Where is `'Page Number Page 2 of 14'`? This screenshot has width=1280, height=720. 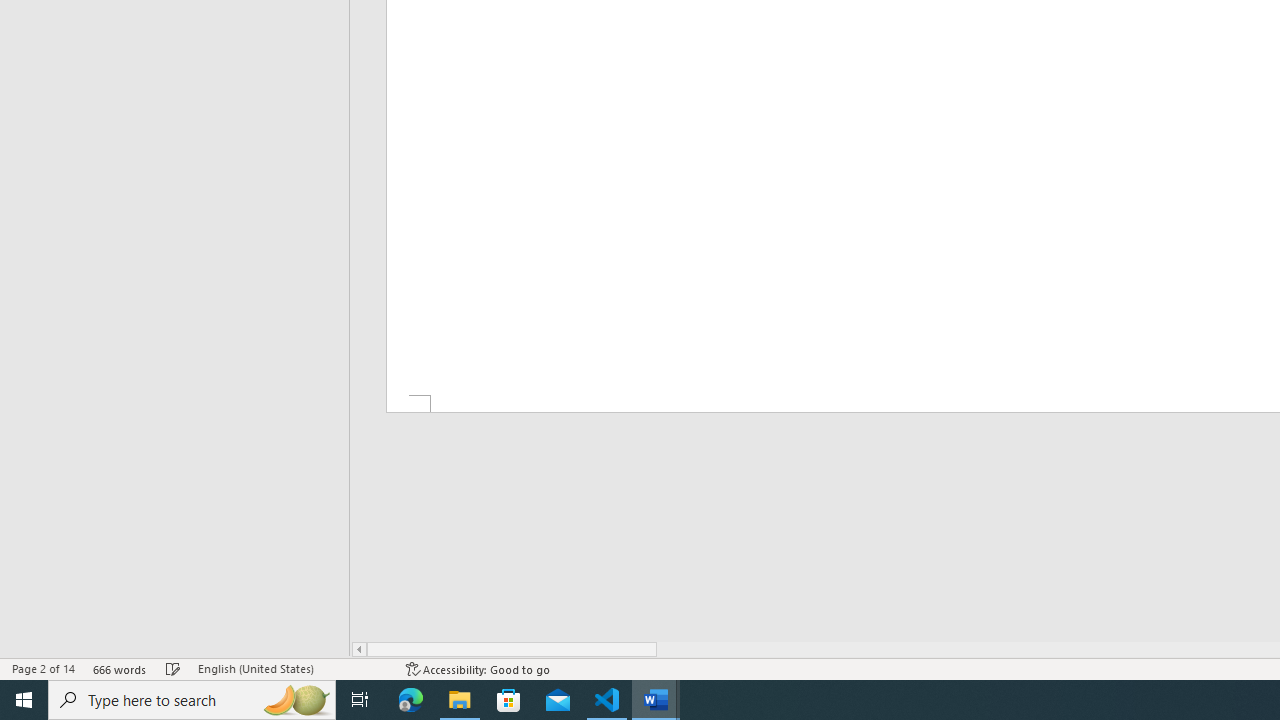 'Page Number Page 2 of 14' is located at coordinates (43, 669).